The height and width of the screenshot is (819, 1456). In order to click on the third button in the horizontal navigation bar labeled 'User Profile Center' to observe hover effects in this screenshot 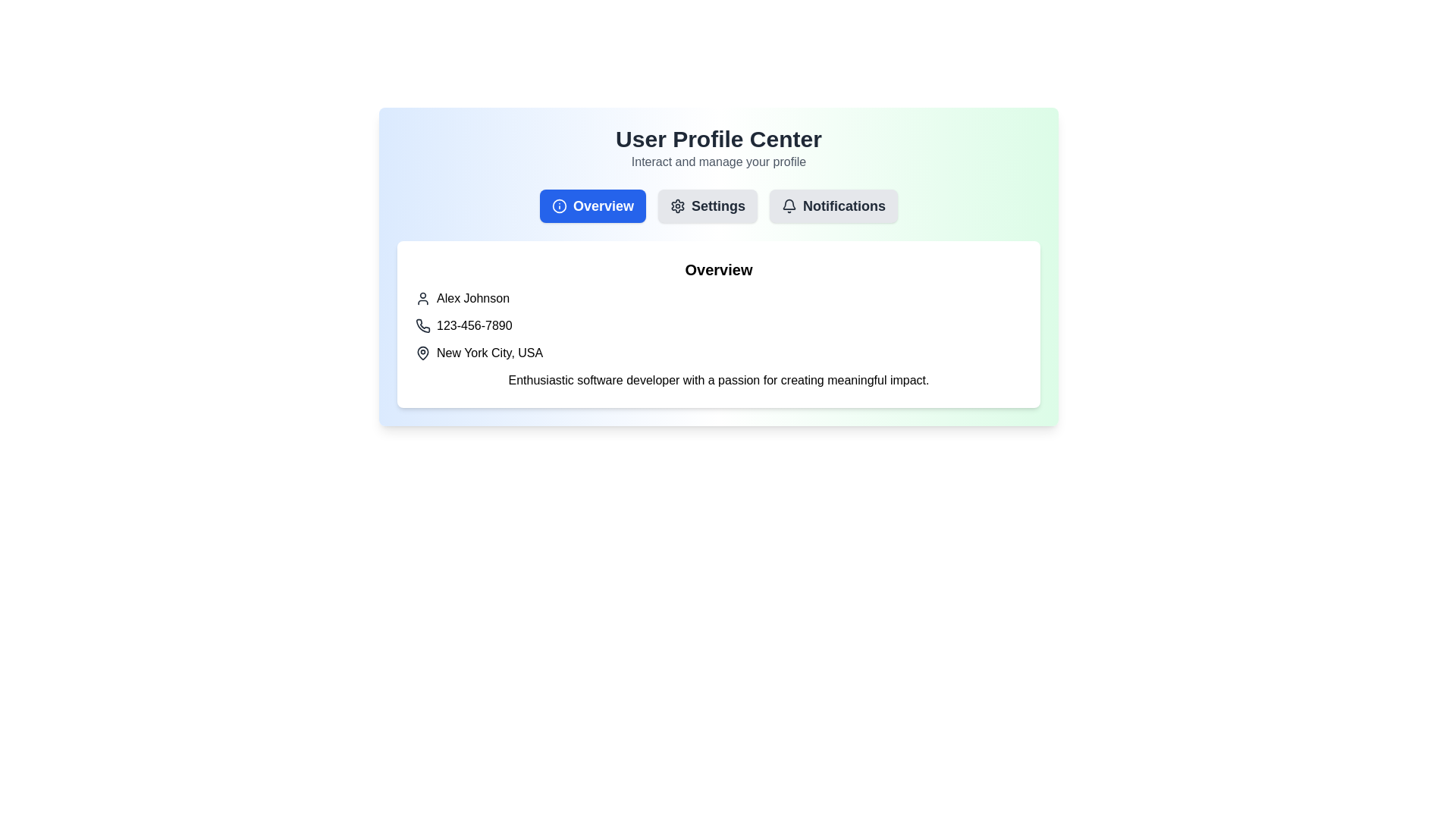, I will do `click(833, 206)`.